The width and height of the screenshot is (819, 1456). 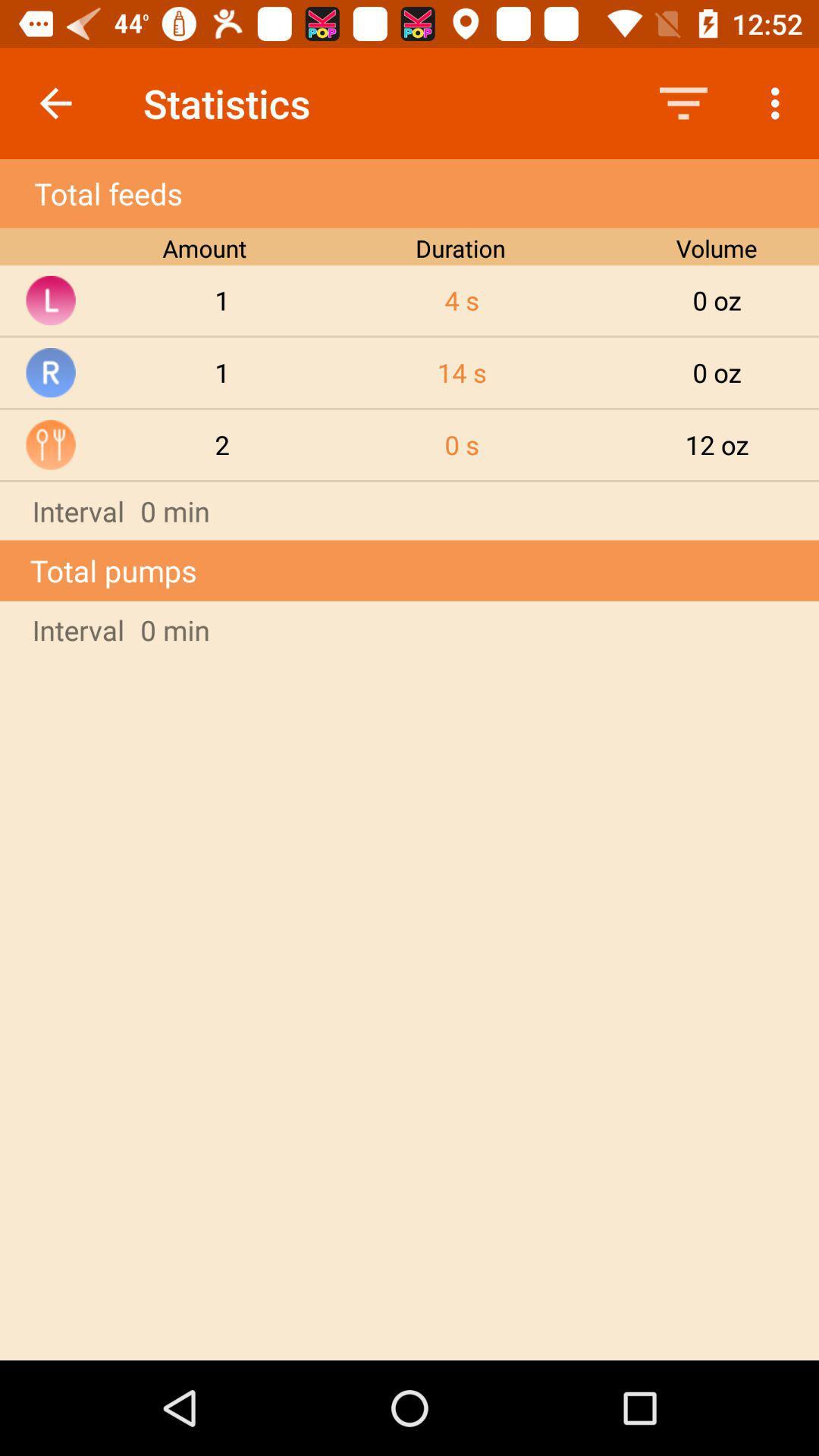 I want to click on the 0 s, so click(x=461, y=444).